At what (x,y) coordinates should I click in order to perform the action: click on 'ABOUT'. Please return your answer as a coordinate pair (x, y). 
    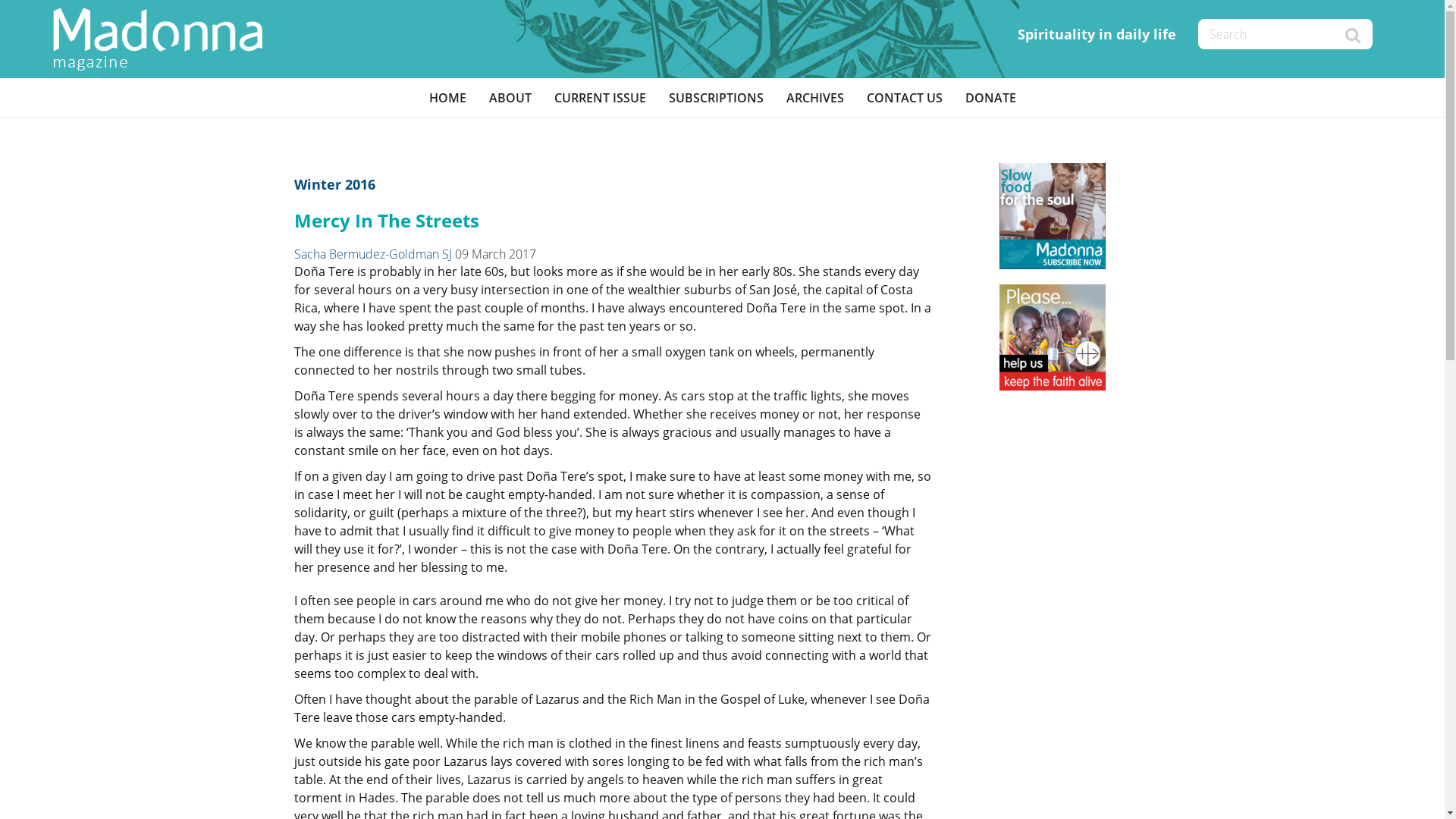
    Looking at the image, I should click on (510, 97).